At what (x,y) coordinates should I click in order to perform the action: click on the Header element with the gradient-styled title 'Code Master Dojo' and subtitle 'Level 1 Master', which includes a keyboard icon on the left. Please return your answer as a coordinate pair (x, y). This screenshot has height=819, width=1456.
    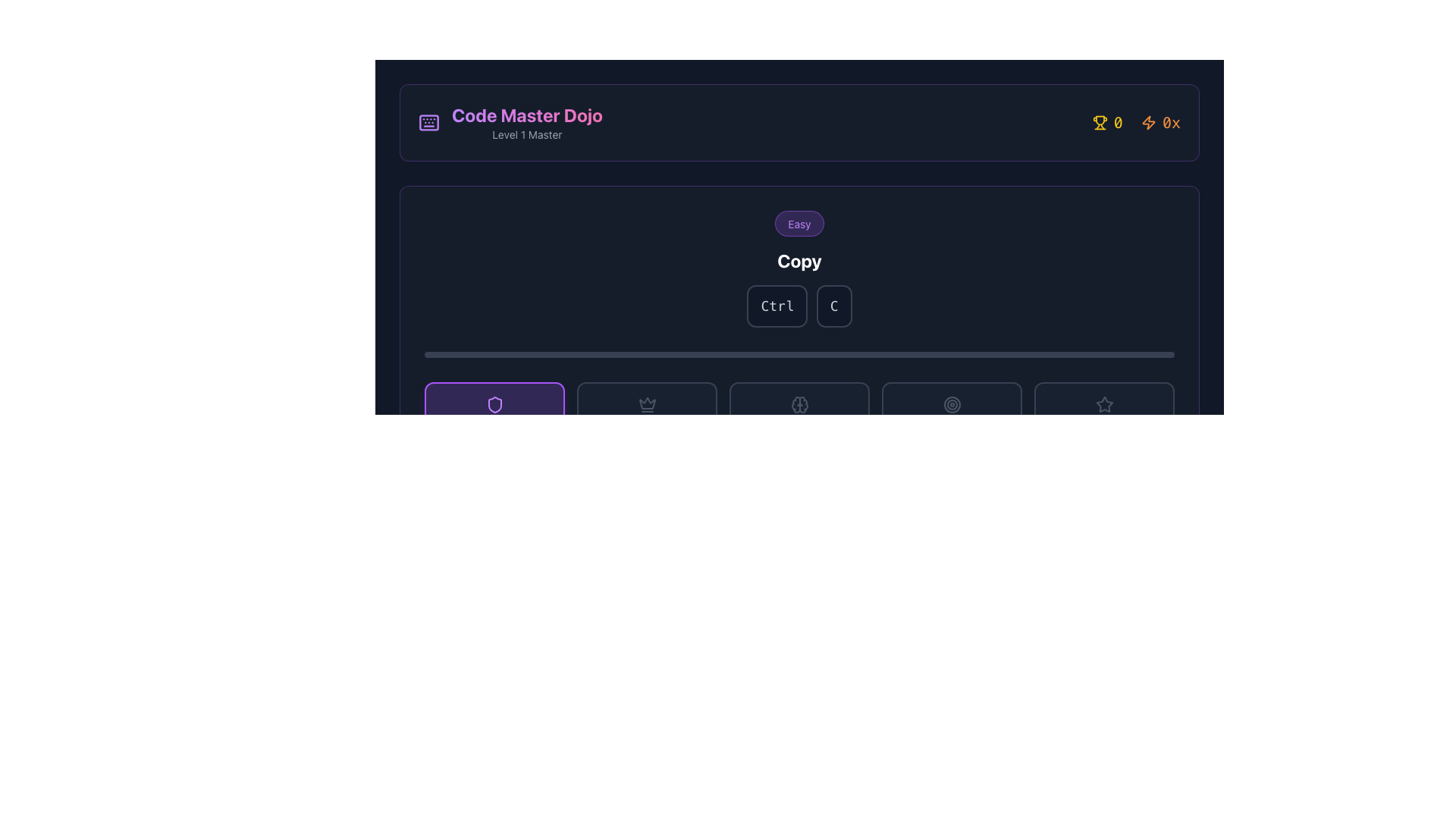
    Looking at the image, I should click on (510, 122).